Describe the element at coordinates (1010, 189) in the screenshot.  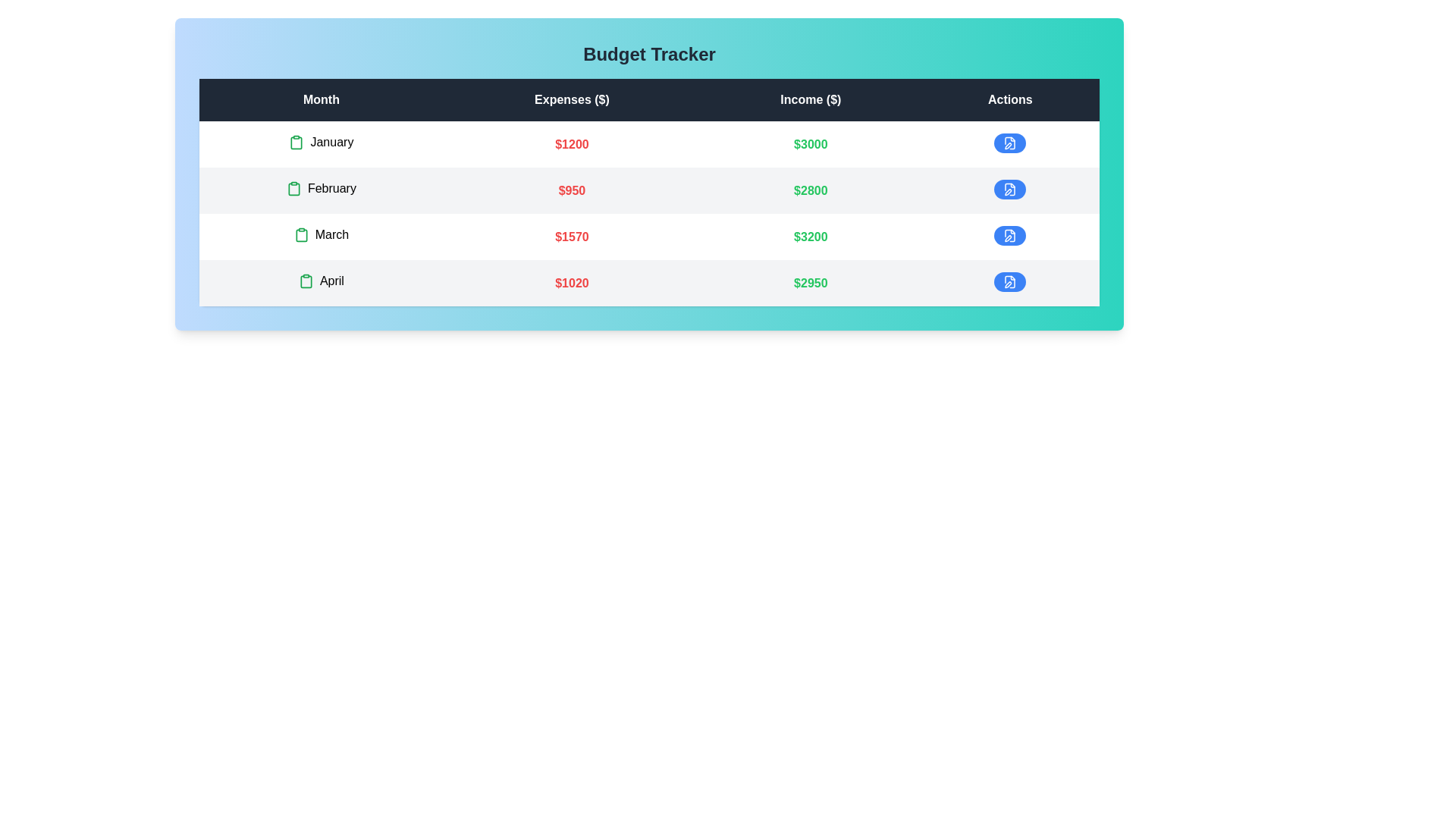
I see `edit button for the row corresponding to February` at that location.